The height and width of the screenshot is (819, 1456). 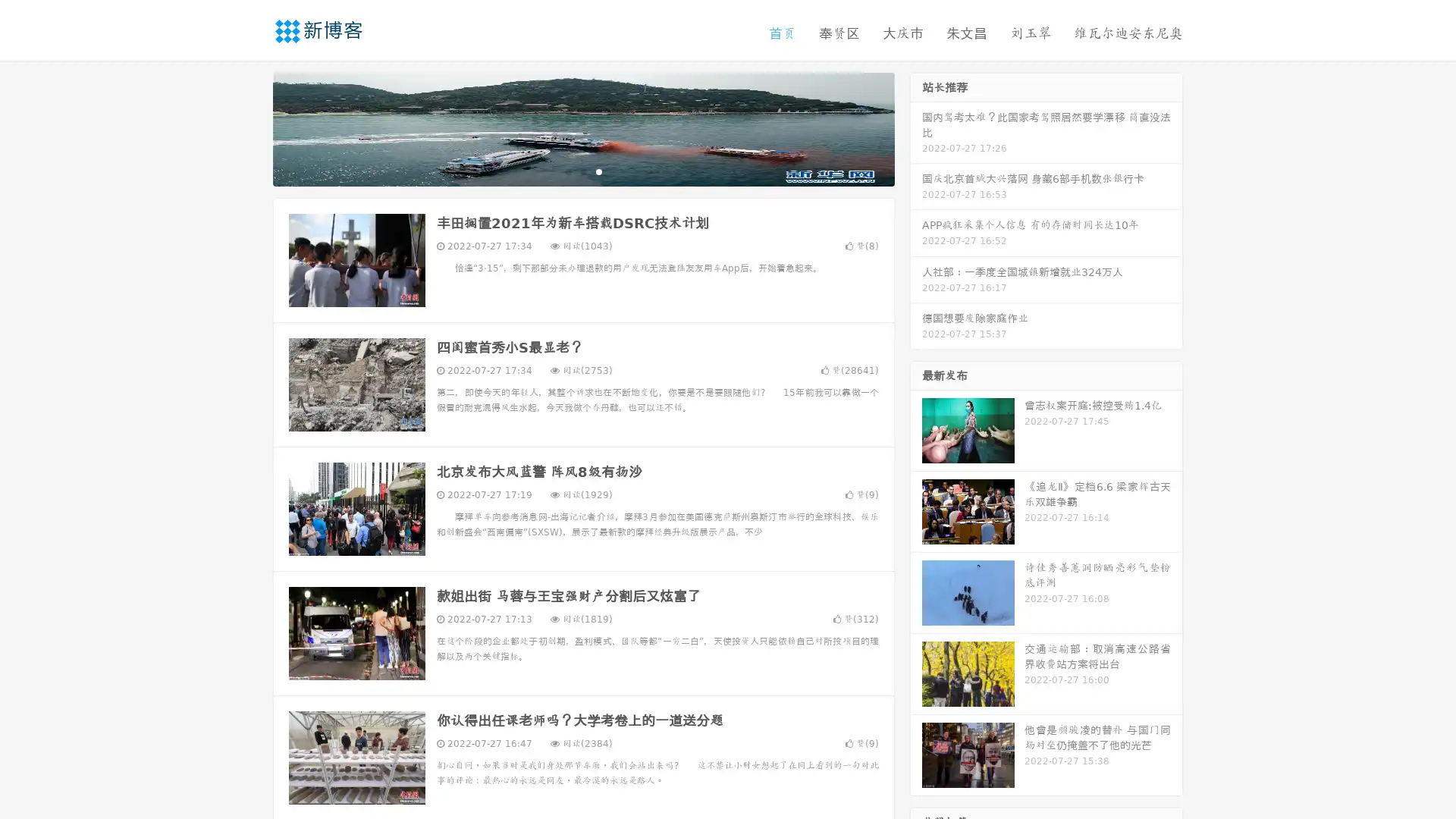 What do you see at coordinates (916, 127) in the screenshot?
I see `Next slide` at bounding box center [916, 127].